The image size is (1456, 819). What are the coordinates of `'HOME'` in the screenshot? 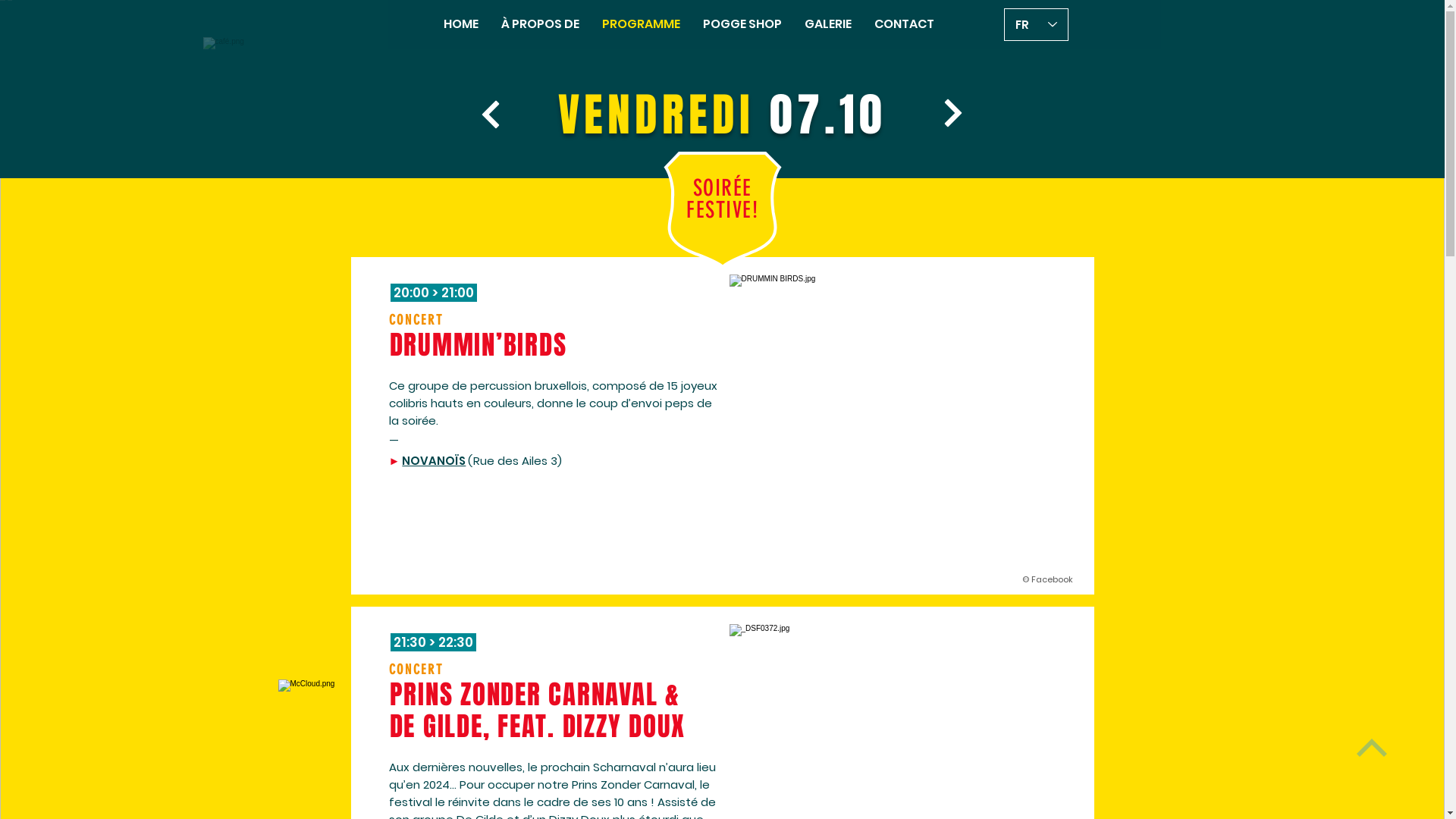 It's located at (460, 24).